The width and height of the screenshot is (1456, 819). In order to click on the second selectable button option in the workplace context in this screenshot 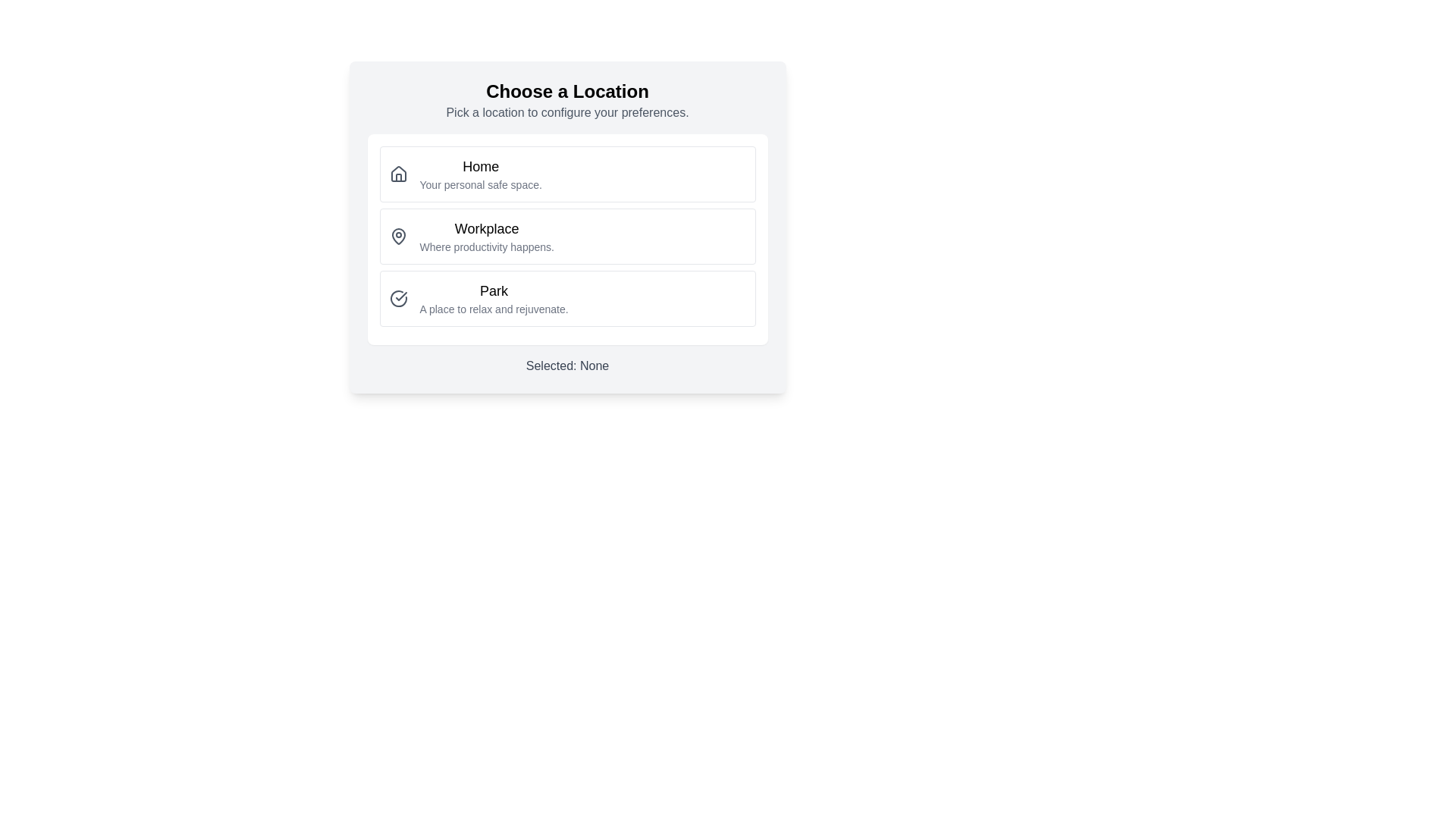, I will do `click(566, 237)`.